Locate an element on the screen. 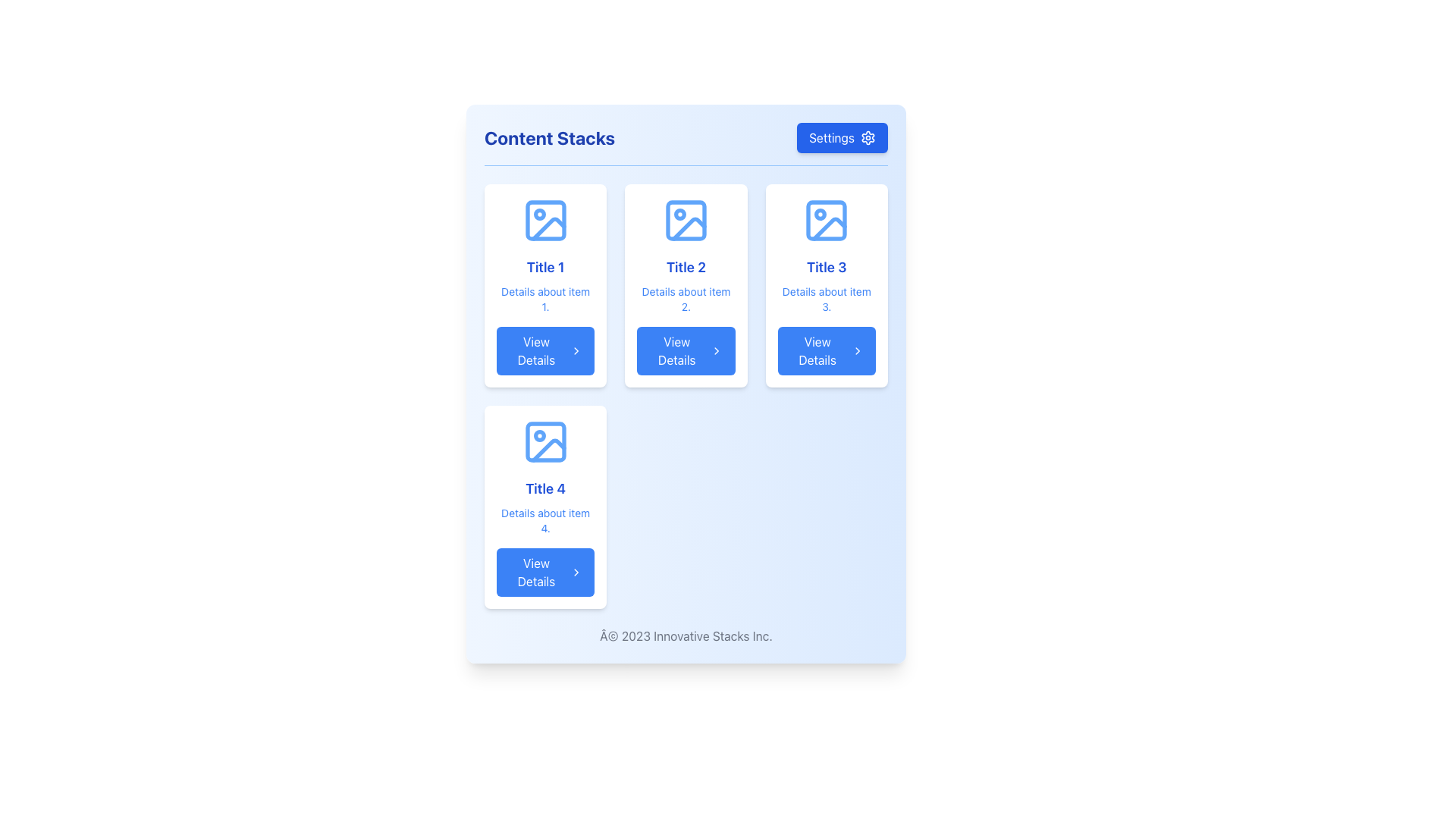 The height and width of the screenshot is (819, 1456). the icon depicting an image, characterized by a rectangle with a circle and a diagonal line, located in the third content card from the left above 'Title 3' and 'View Details' is located at coordinates (826, 220).